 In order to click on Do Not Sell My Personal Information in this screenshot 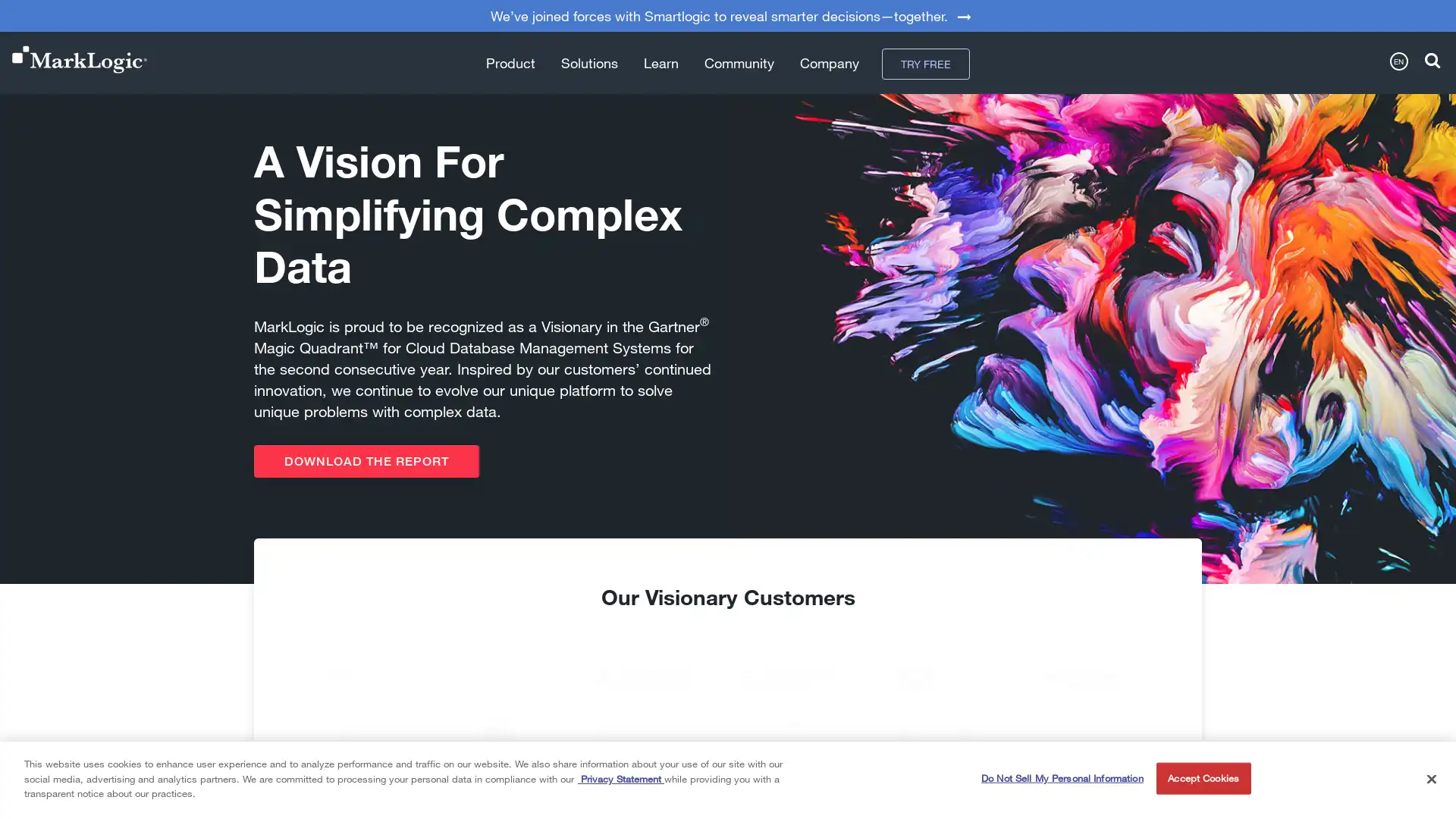, I will do `click(1061, 778)`.